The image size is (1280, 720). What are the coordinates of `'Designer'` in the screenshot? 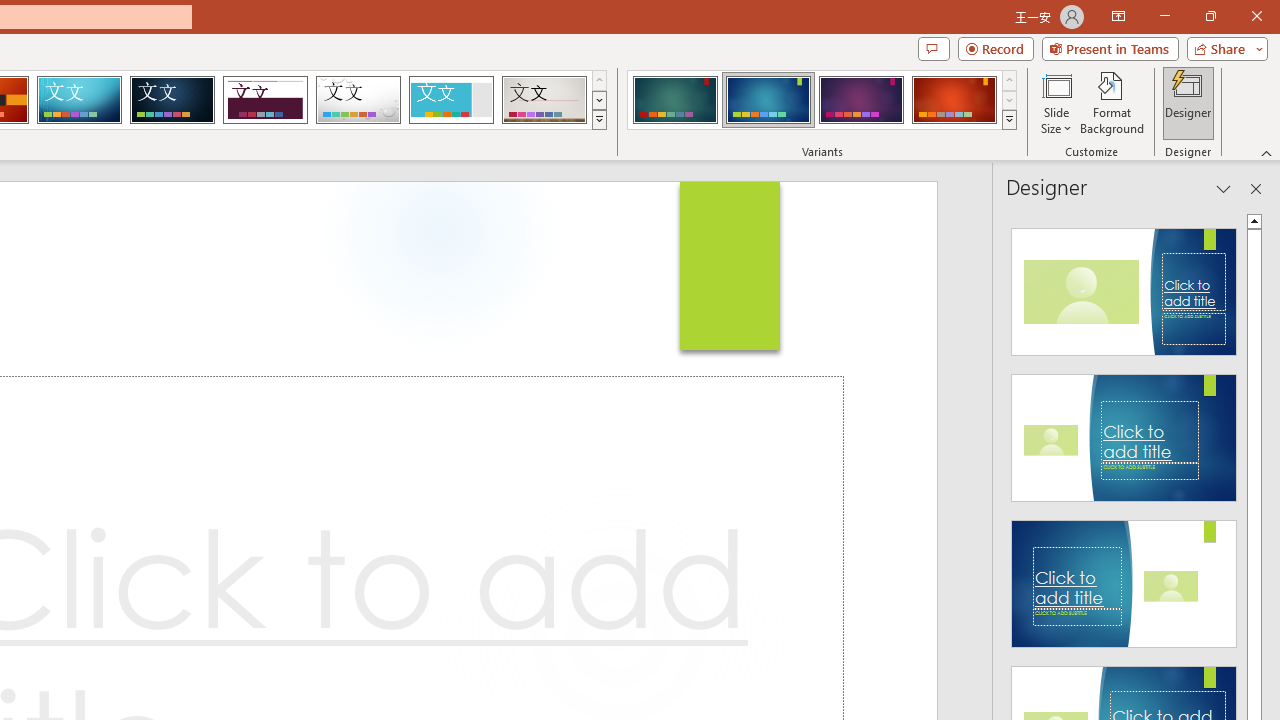 It's located at (1188, 103).